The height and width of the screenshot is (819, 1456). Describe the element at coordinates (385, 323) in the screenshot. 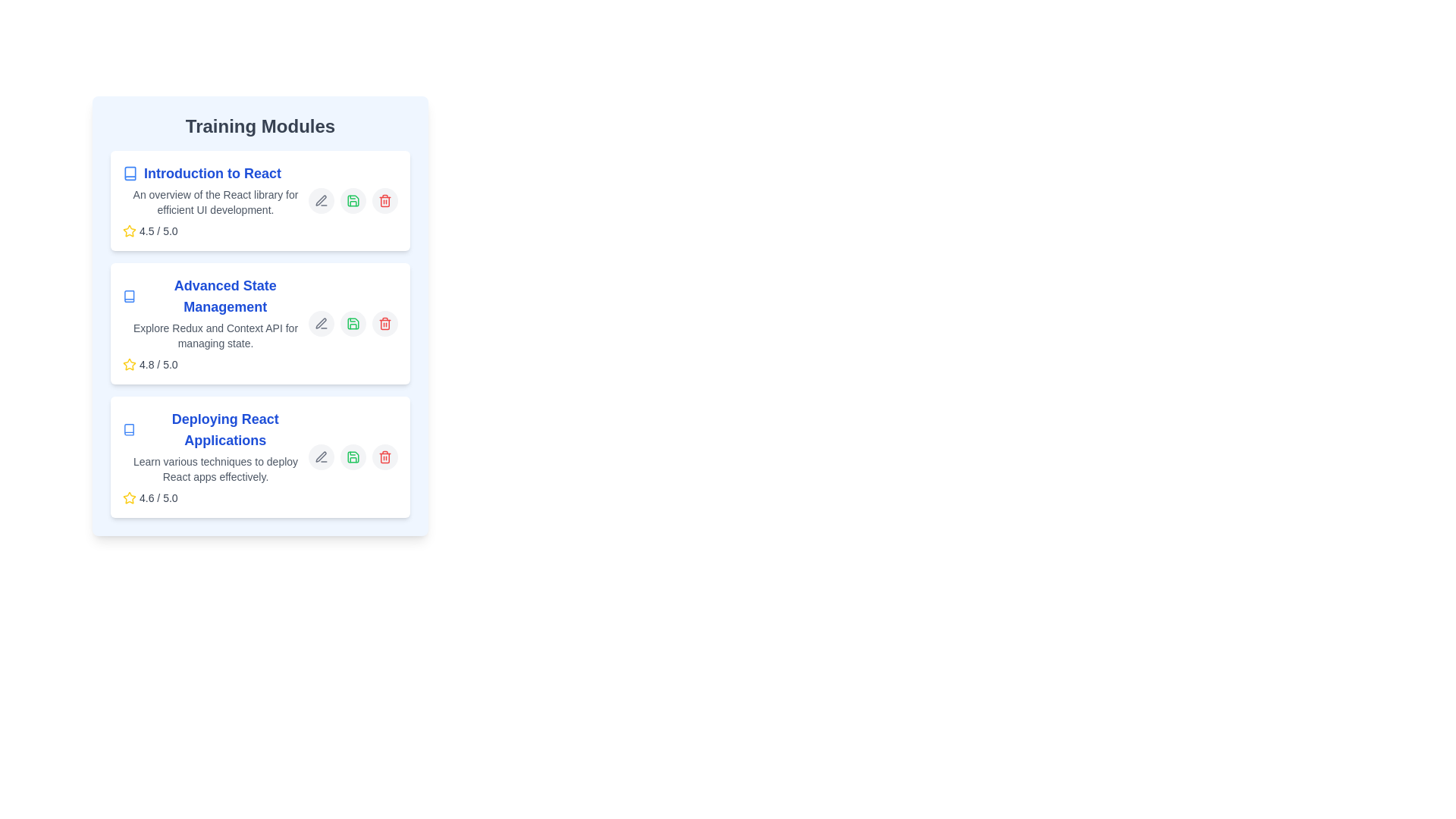

I see `the red trash bin icon, which is the third icon from the right in the horizontal group of action icons located in the bottom-right corner of the second training module titled 'Advanced State Management'` at that location.